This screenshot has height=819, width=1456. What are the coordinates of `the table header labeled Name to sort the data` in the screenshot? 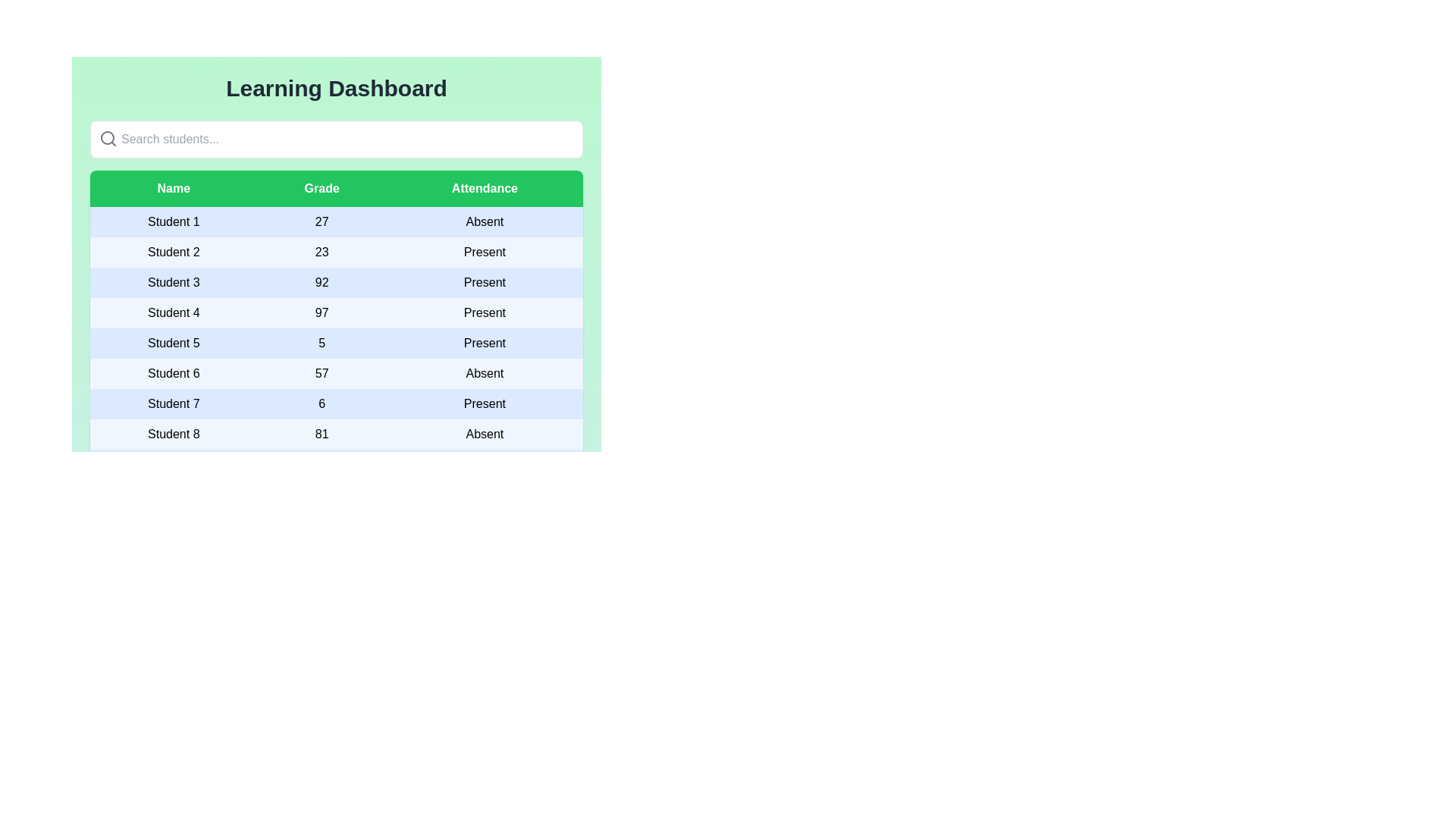 It's located at (174, 188).